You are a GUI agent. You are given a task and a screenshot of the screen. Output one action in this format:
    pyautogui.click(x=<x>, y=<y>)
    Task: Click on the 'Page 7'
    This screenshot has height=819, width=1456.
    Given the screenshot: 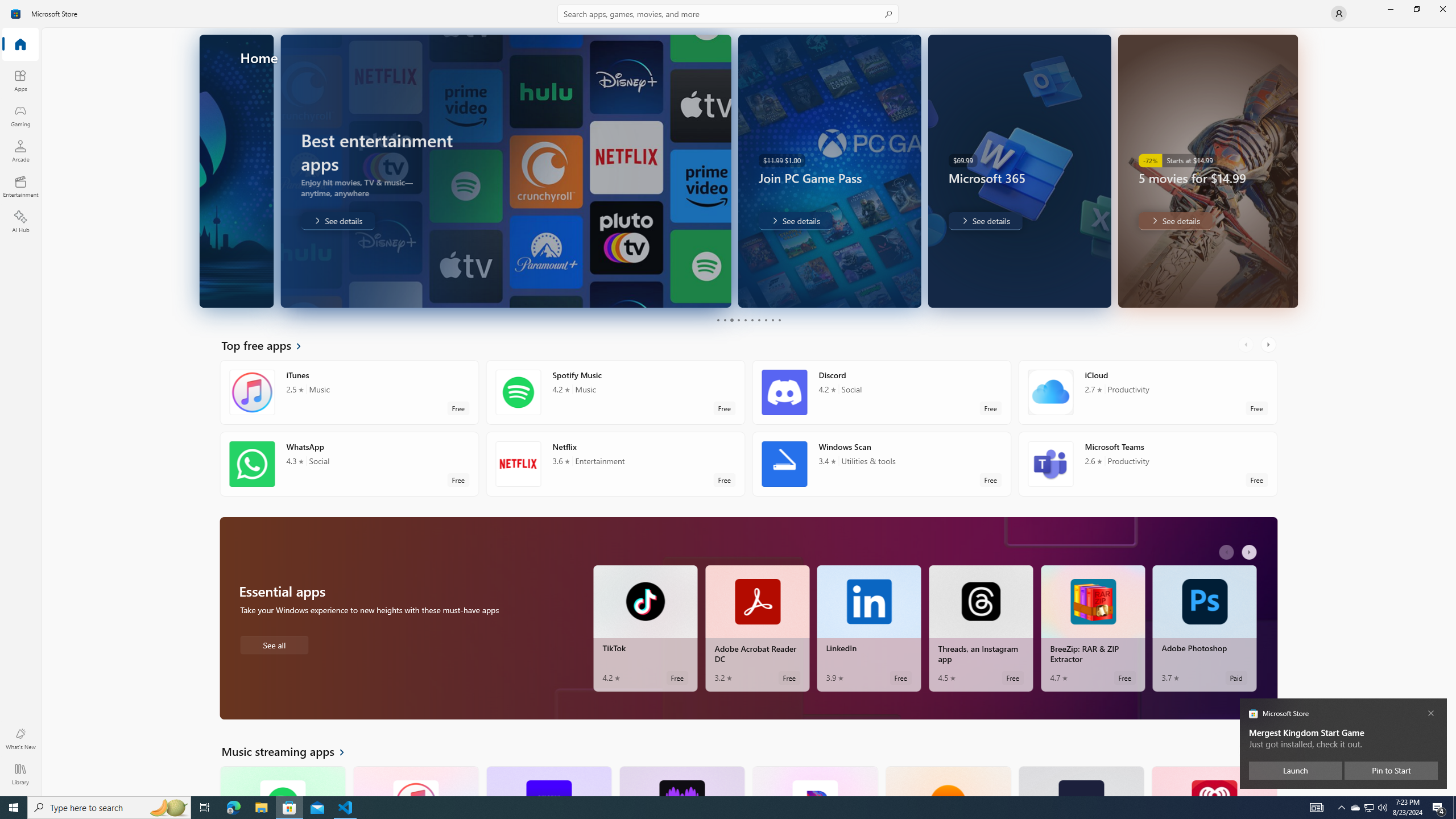 What is the action you would take?
    pyautogui.click(x=758, y=320)
    